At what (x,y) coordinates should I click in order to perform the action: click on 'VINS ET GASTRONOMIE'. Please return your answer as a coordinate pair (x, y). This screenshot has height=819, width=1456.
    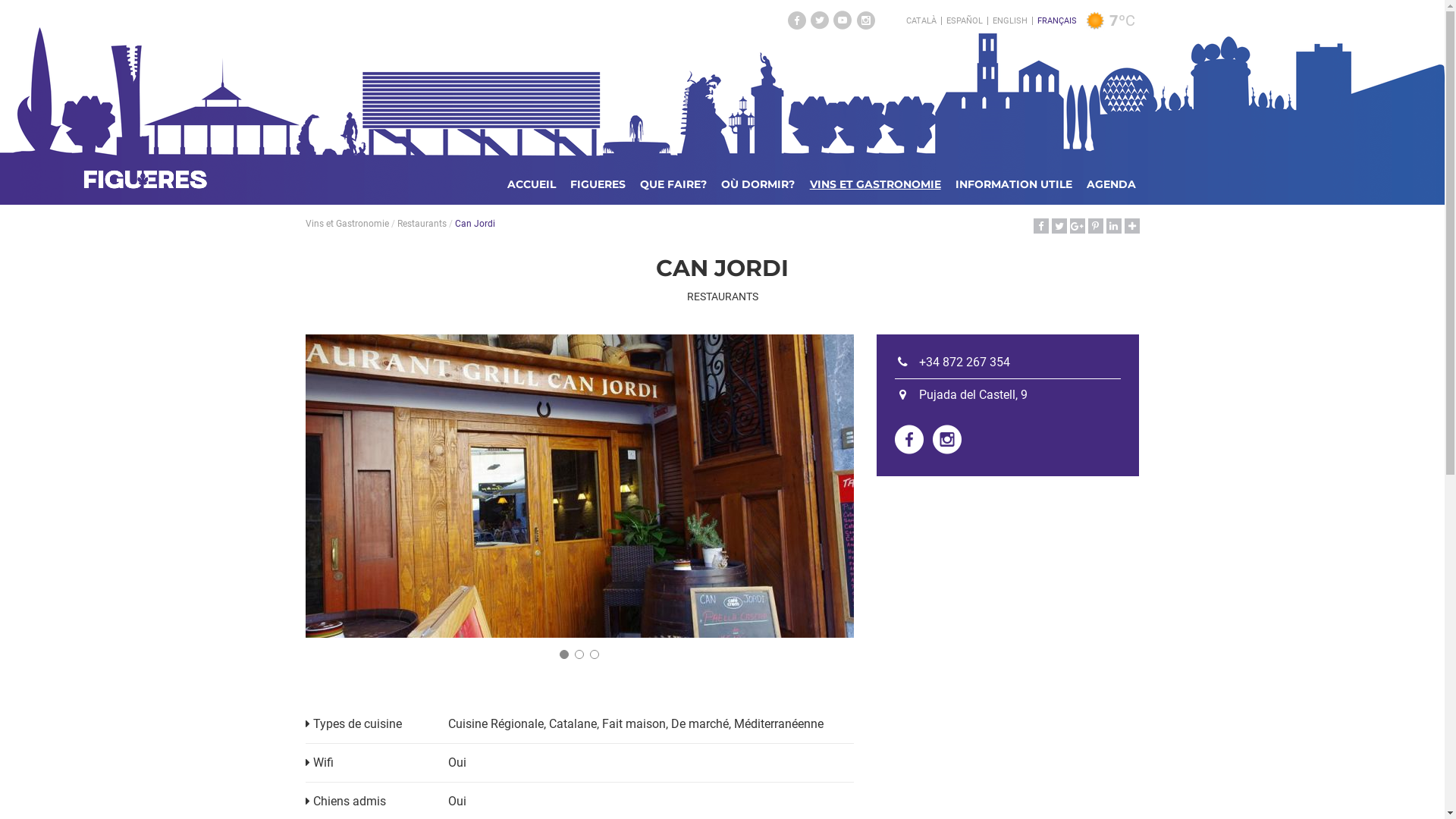
    Looking at the image, I should click on (875, 184).